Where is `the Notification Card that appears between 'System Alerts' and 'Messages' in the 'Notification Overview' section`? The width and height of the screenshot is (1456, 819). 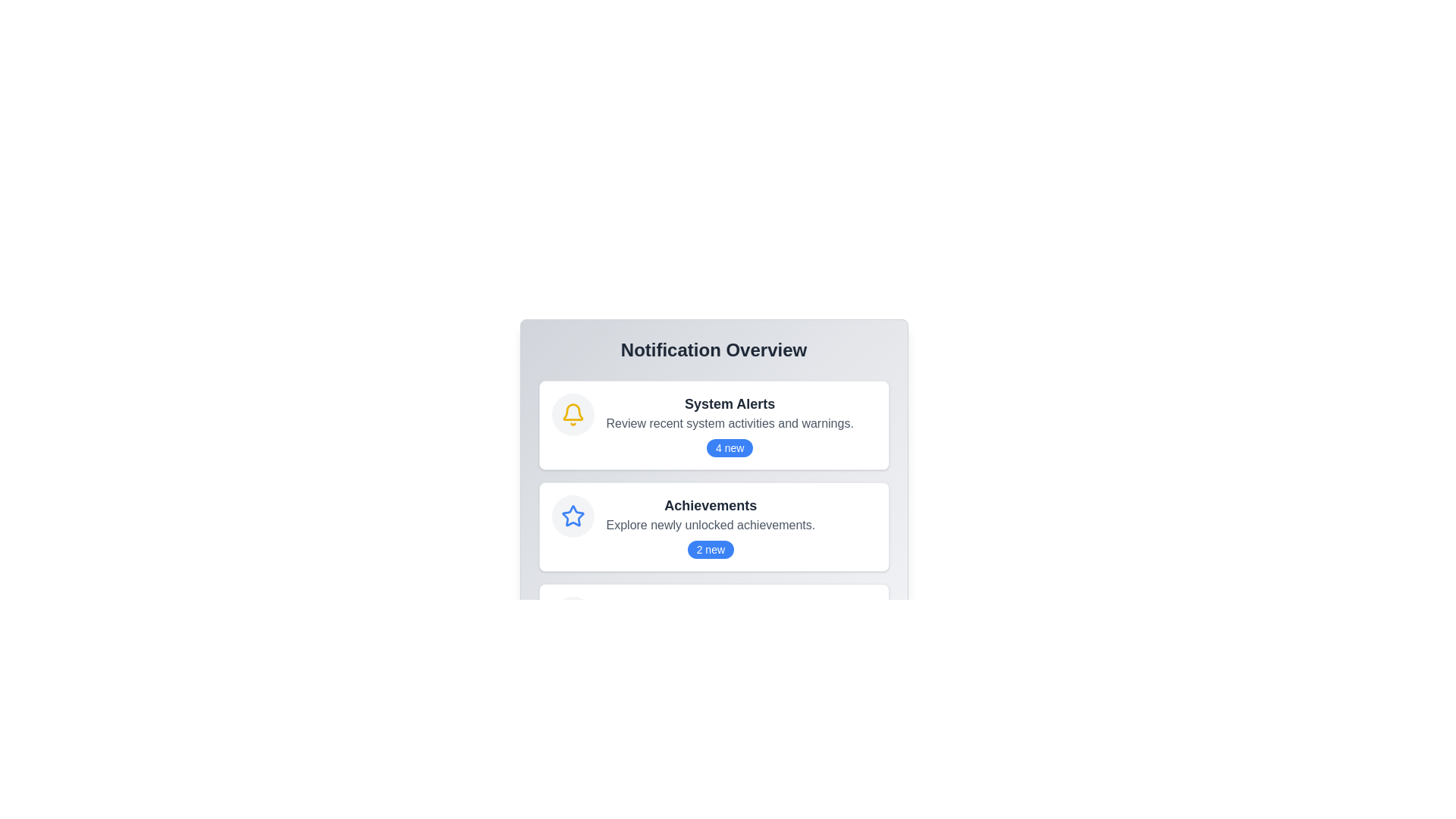
the Notification Card that appears between 'System Alerts' and 'Messages' in the 'Notification Overview' section is located at coordinates (713, 526).